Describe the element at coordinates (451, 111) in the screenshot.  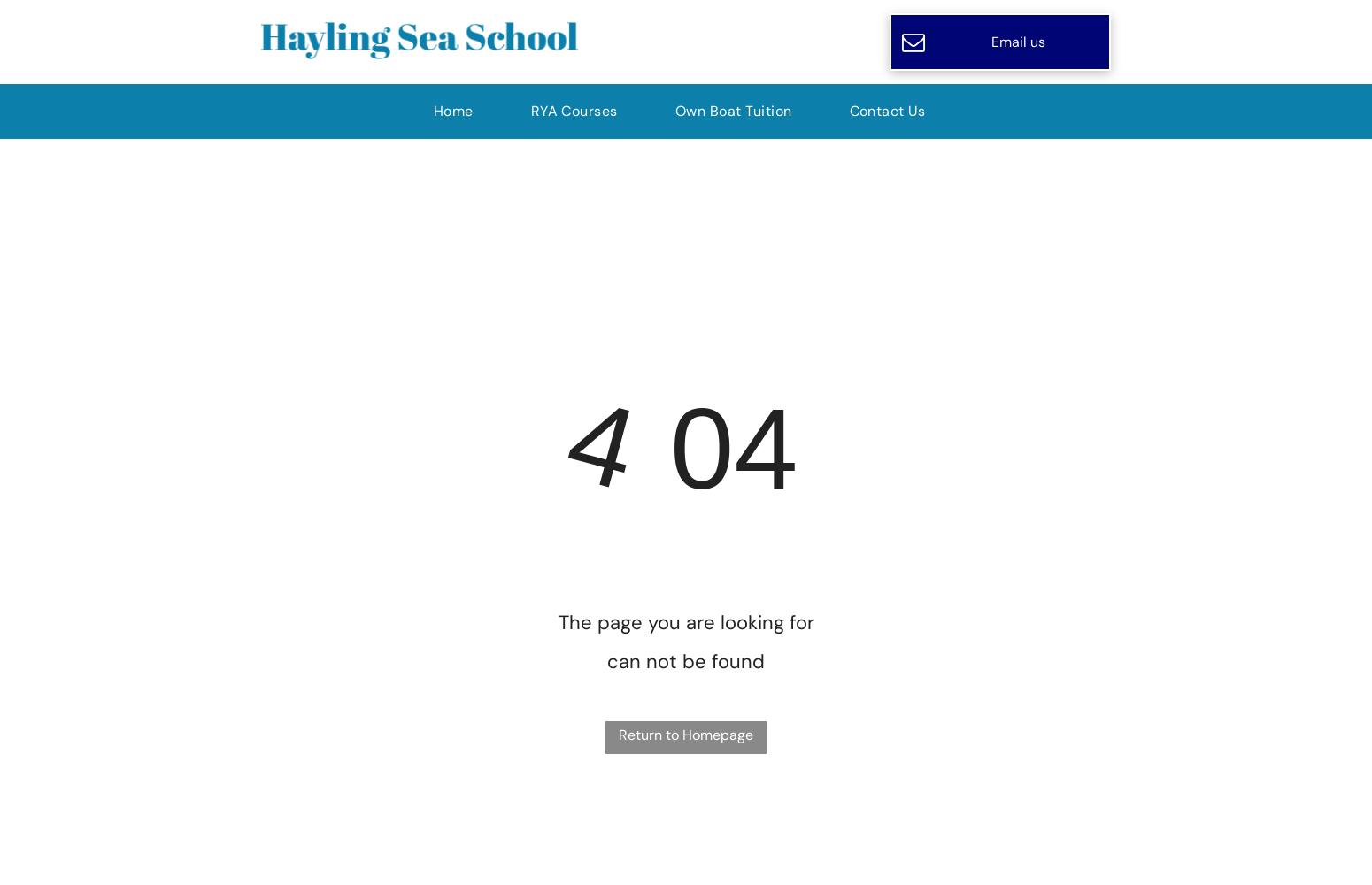
I see `'Home'` at that location.